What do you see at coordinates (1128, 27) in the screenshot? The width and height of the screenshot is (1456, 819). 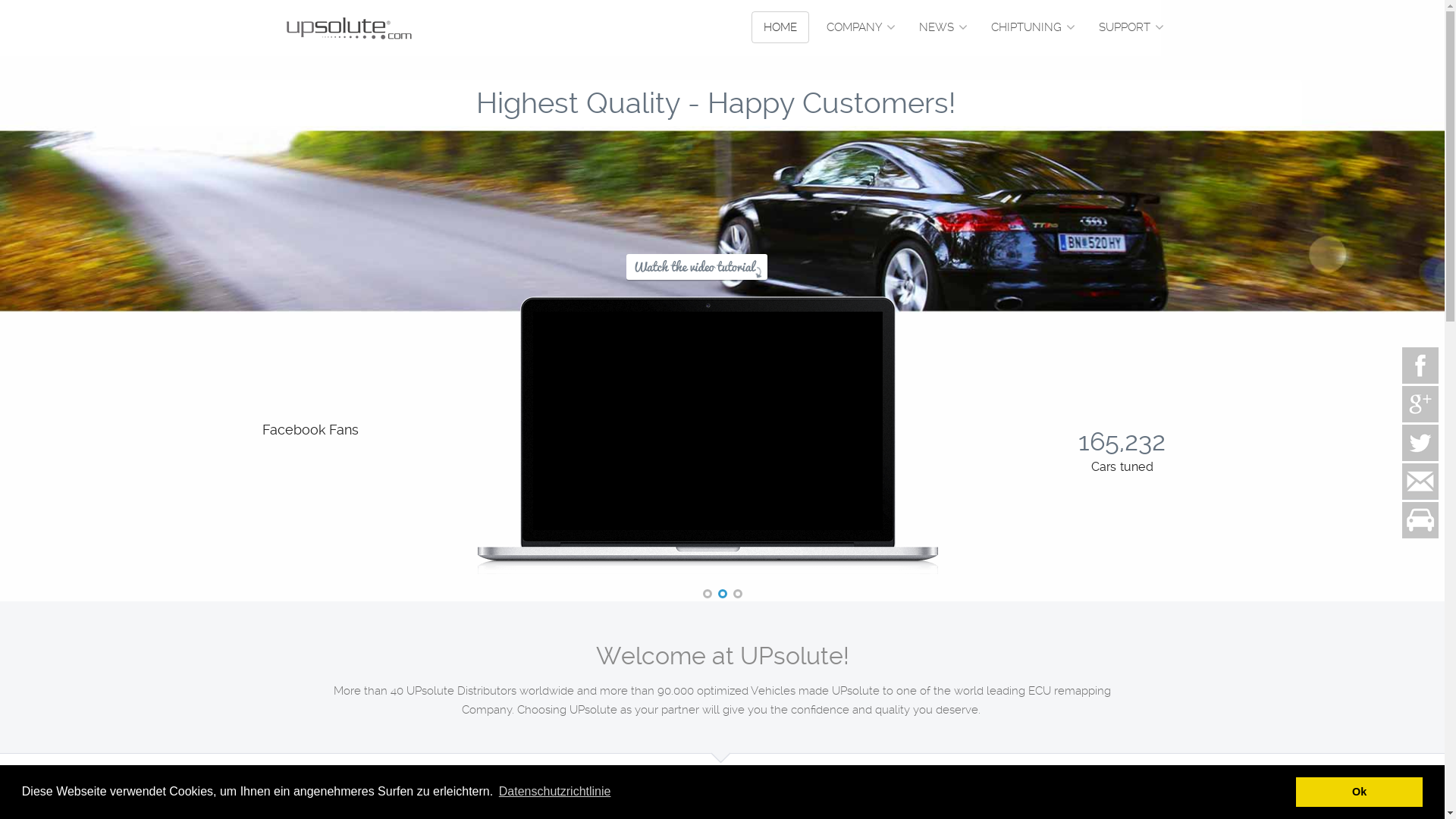 I see `'SUPPORT'` at bounding box center [1128, 27].